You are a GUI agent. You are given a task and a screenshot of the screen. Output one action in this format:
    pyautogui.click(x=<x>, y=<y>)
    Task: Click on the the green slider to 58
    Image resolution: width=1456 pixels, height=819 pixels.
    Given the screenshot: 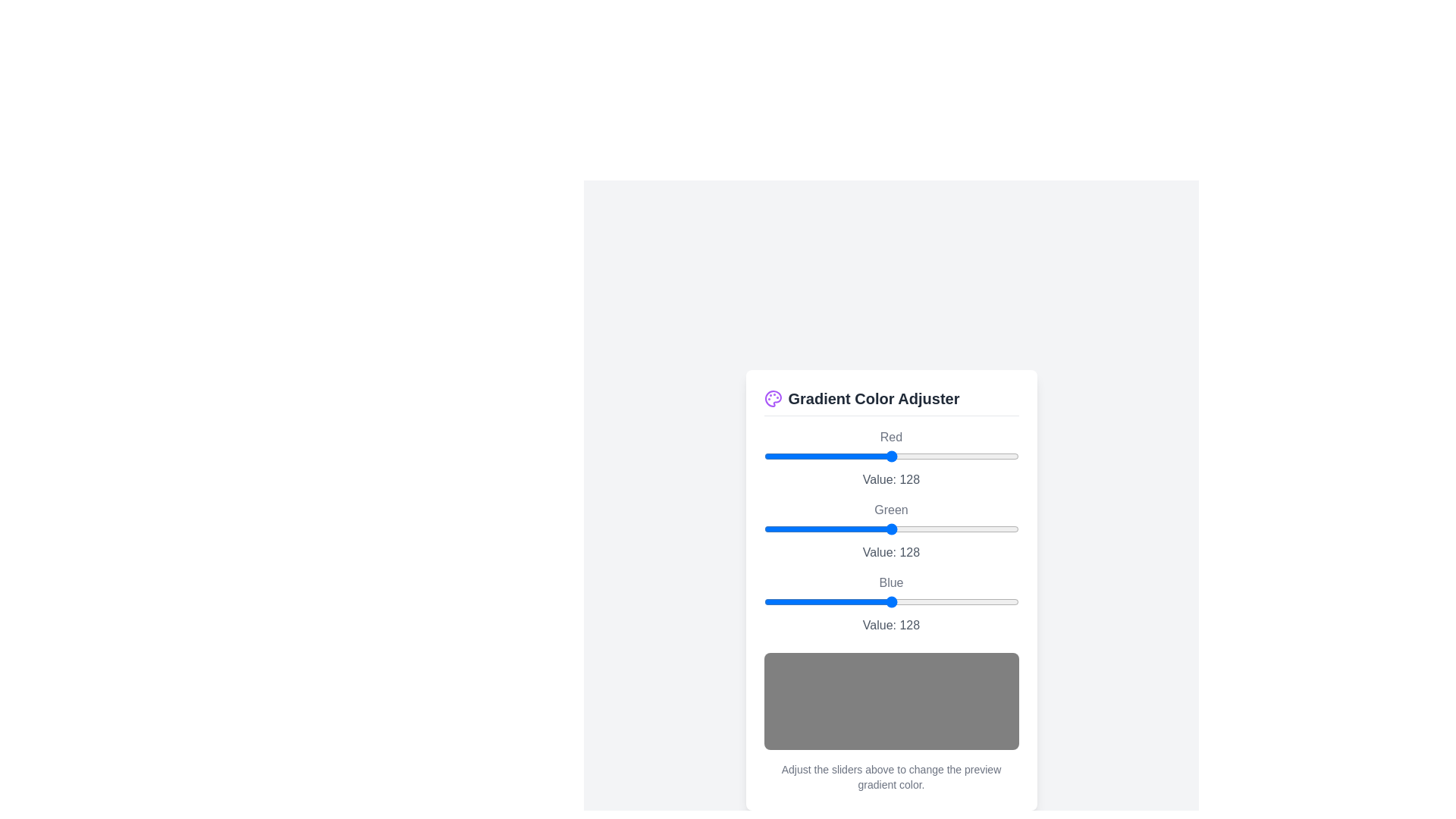 What is the action you would take?
    pyautogui.click(x=821, y=528)
    